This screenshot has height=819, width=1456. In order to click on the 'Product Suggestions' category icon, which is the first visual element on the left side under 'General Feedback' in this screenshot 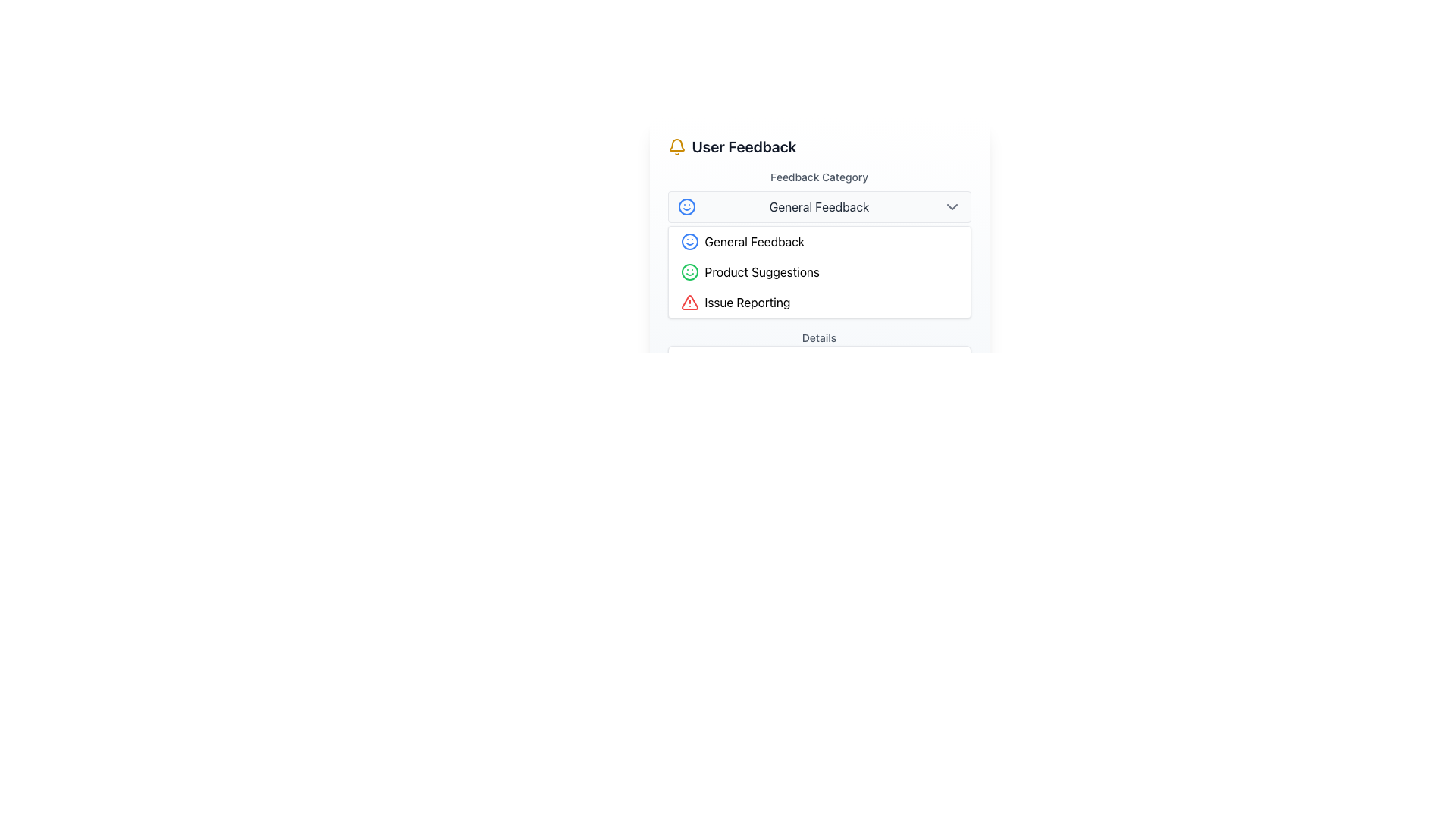, I will do `click(689, 271)`.